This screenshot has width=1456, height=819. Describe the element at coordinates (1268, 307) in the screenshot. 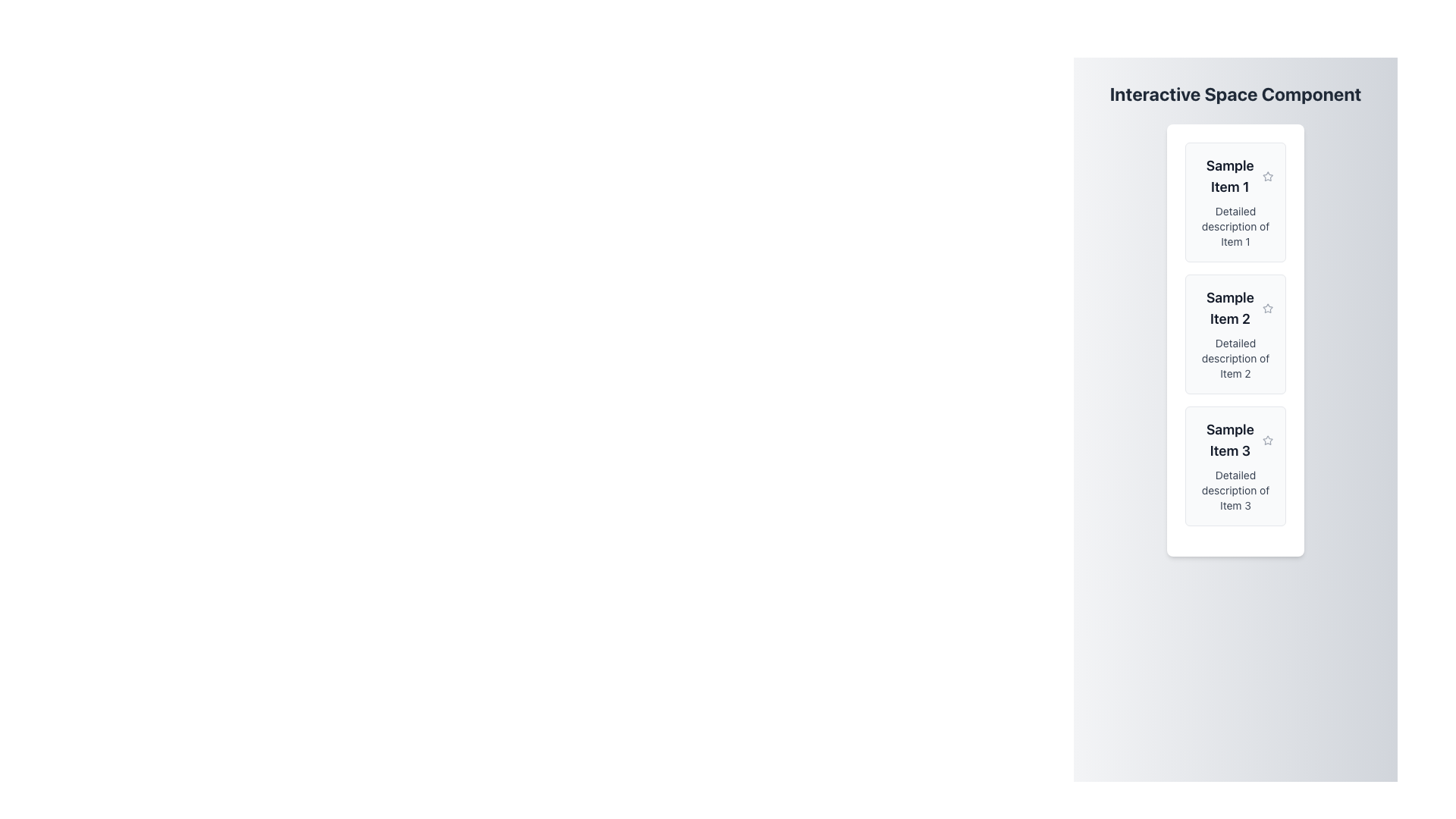

I see `the star-shaped icon located to the right of 'Sample Item 2'` at that location.